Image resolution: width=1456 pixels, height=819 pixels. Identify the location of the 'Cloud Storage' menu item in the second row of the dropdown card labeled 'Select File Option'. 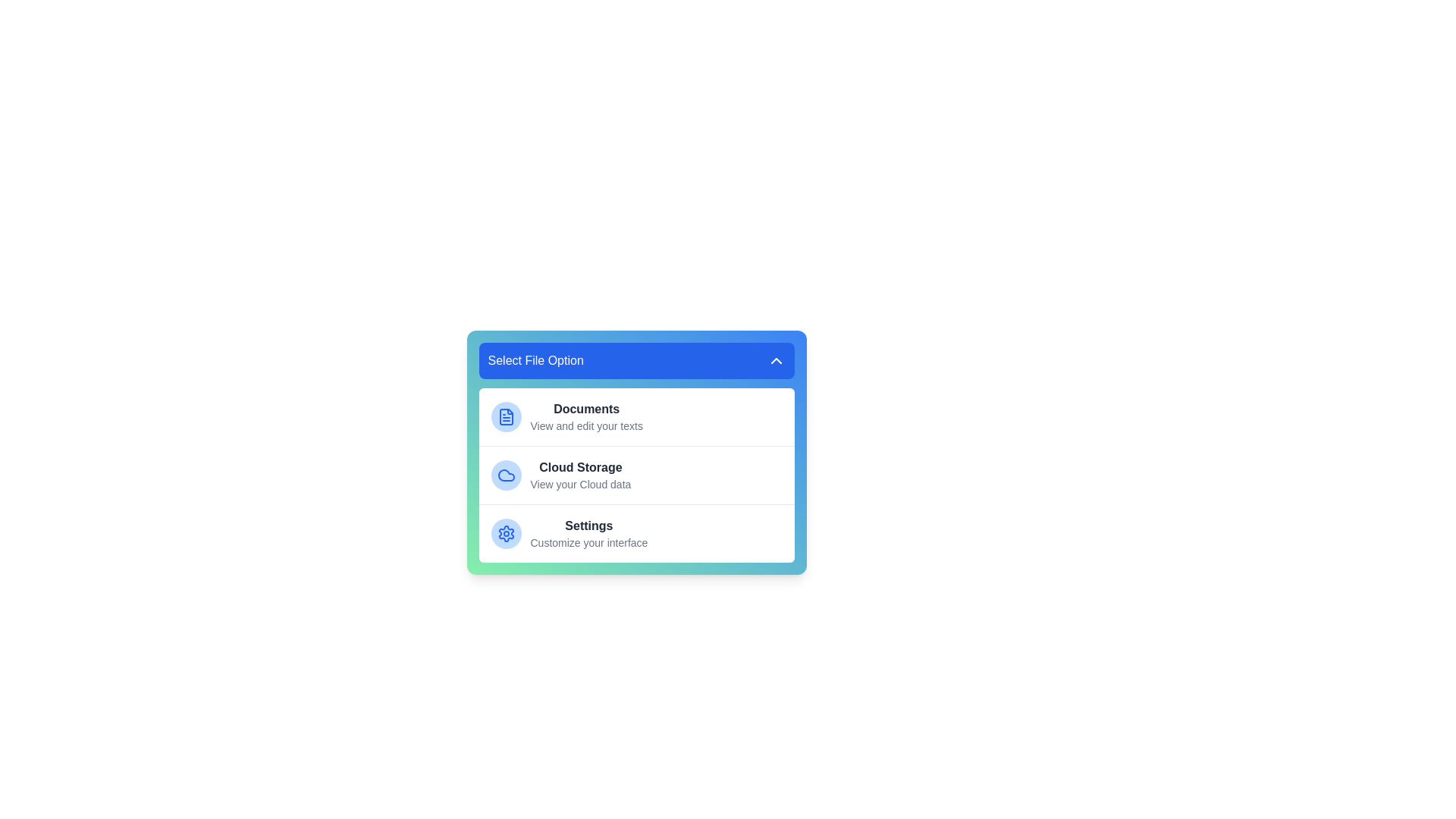
(636, 475).